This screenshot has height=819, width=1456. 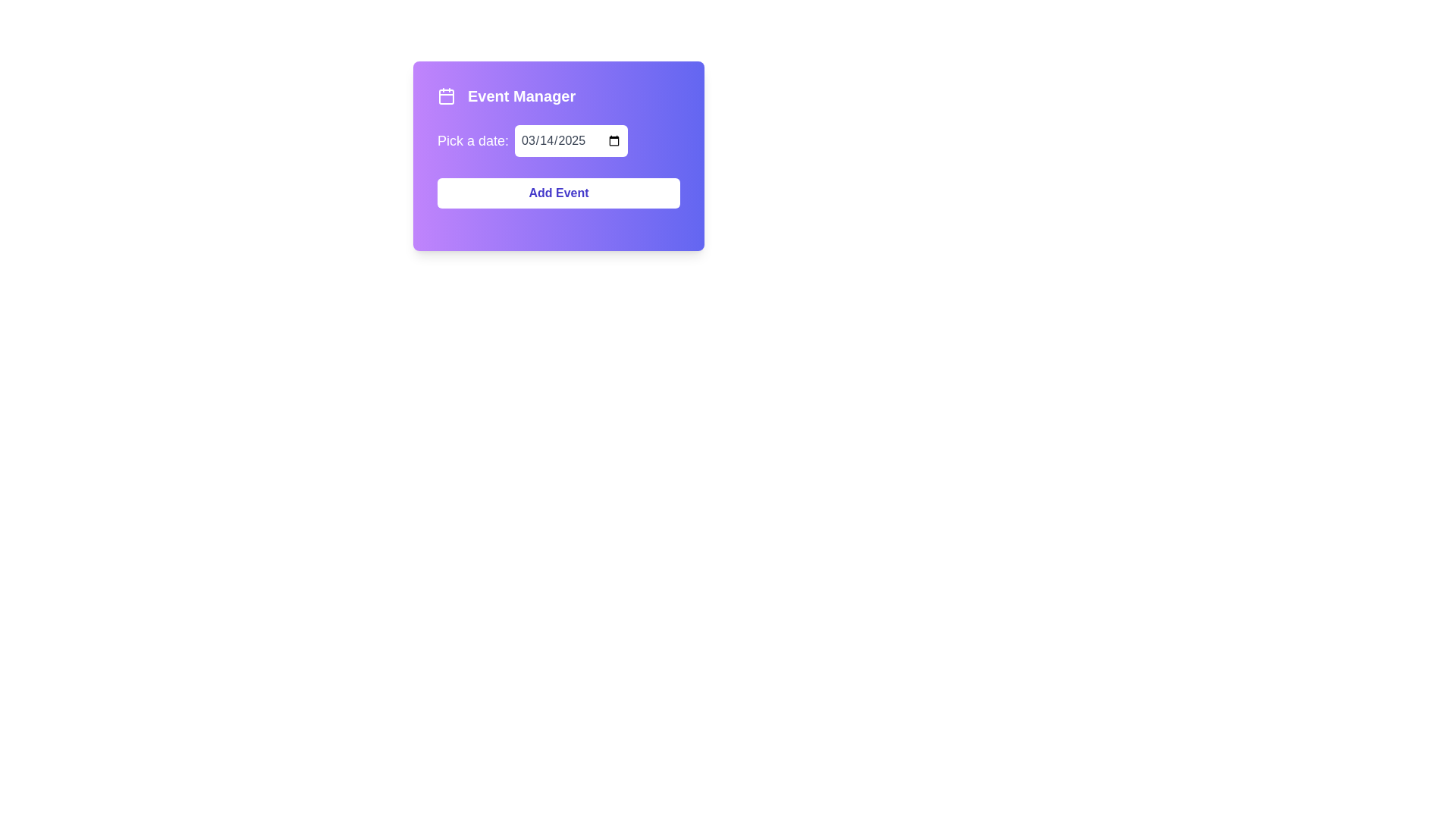 I want to click on the SVG rectangle with rounded corners that represents the interior of the calendar icon located in the top left of the 'Event Manager' box, so click(x=446, y=96).